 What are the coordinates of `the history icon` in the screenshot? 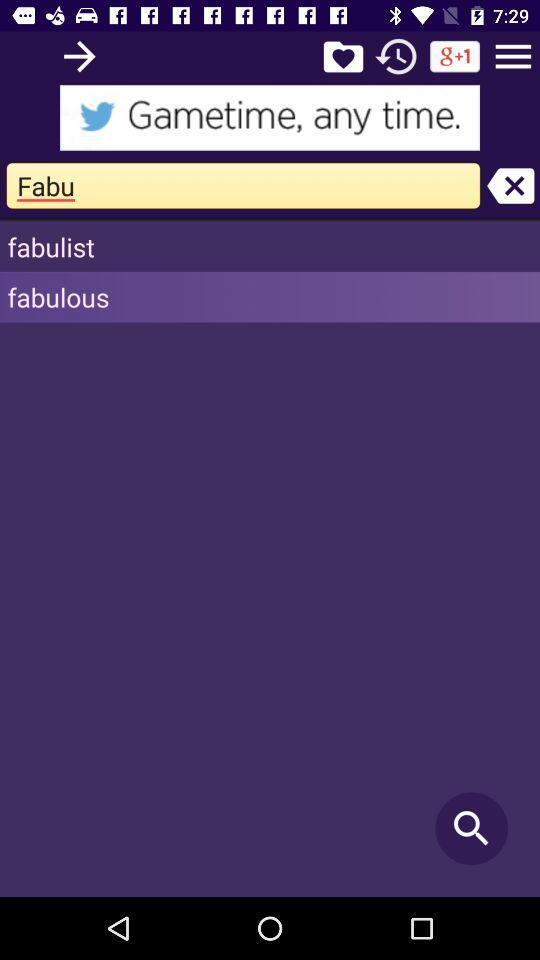 It's located at (396, 55).